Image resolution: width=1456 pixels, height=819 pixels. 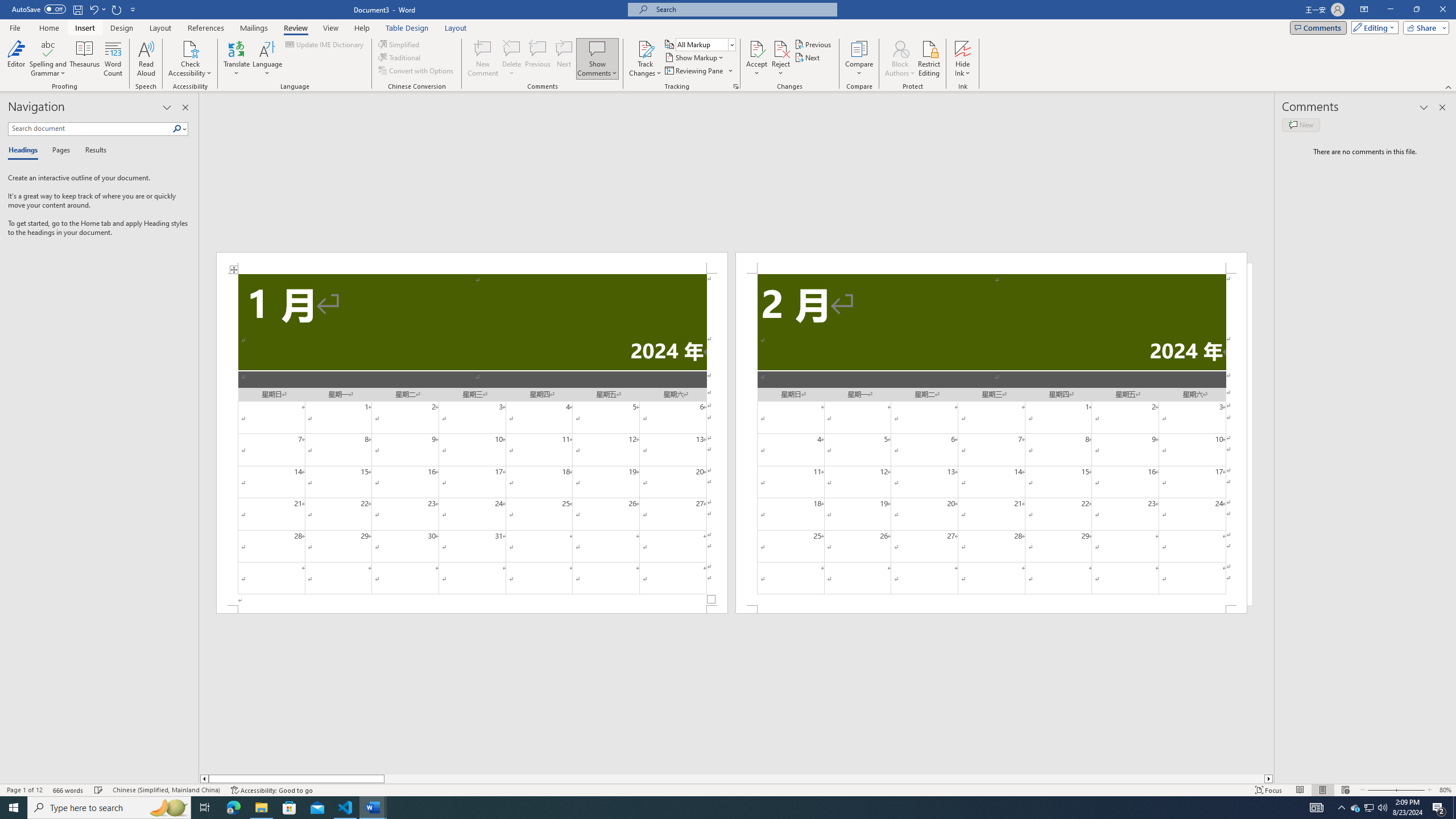 I want to click on 'Spelling and Grammar', so click(x=48, y=59).